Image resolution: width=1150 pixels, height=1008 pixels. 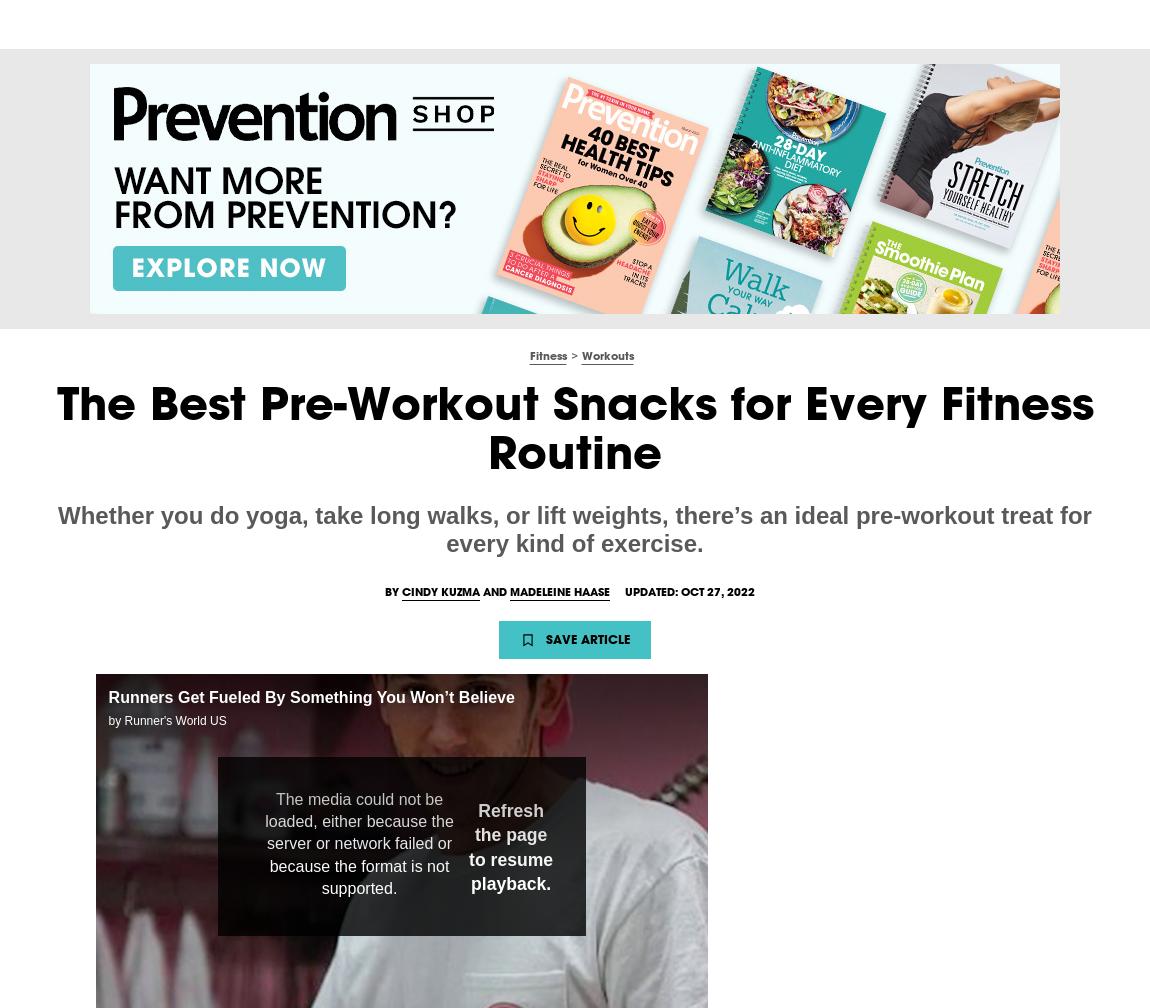 I want to click on 'Beauty', so click(x=346, y=23).